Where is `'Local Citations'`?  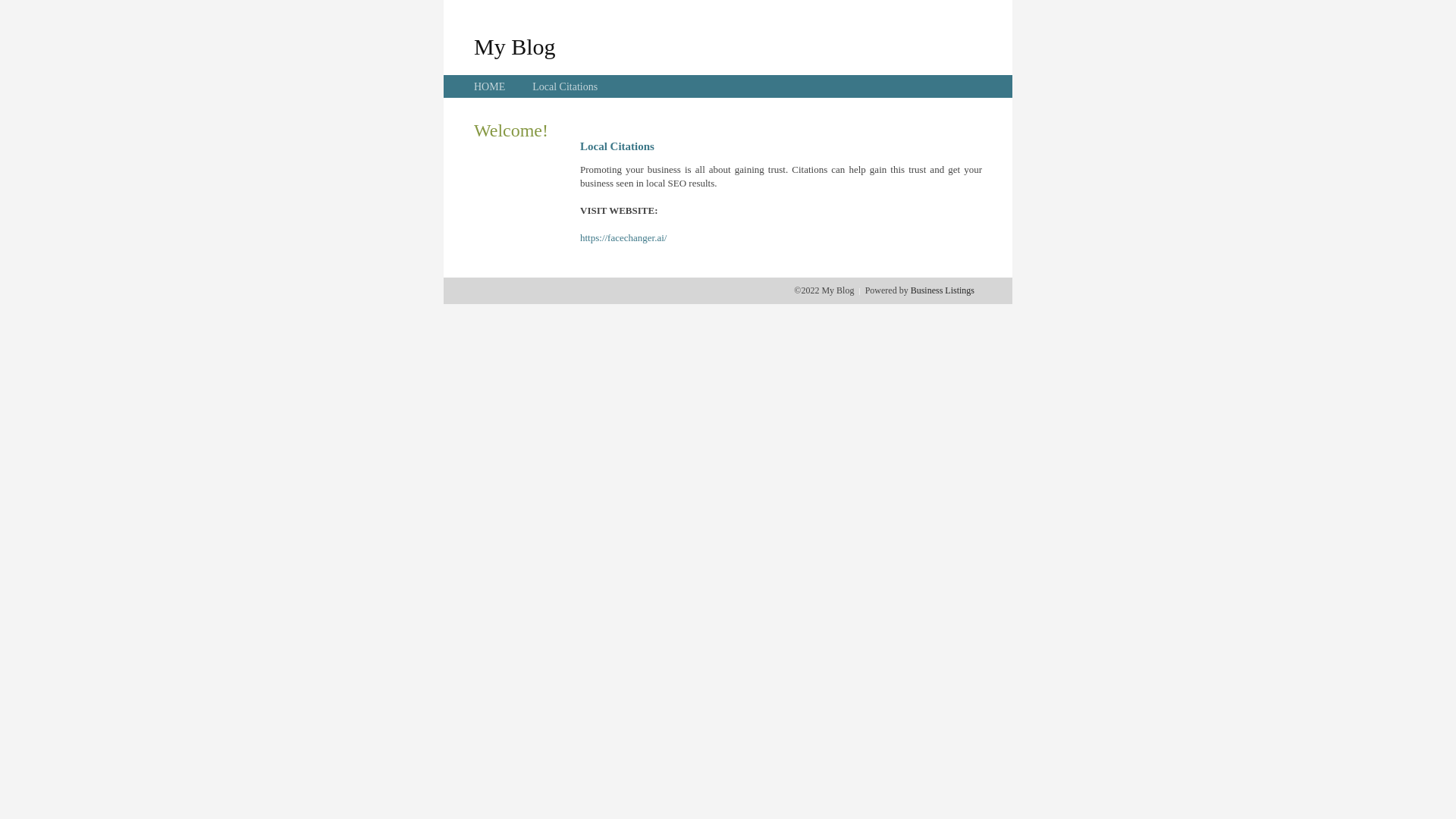
'Local Citations' is located at coordinates (563, 86).